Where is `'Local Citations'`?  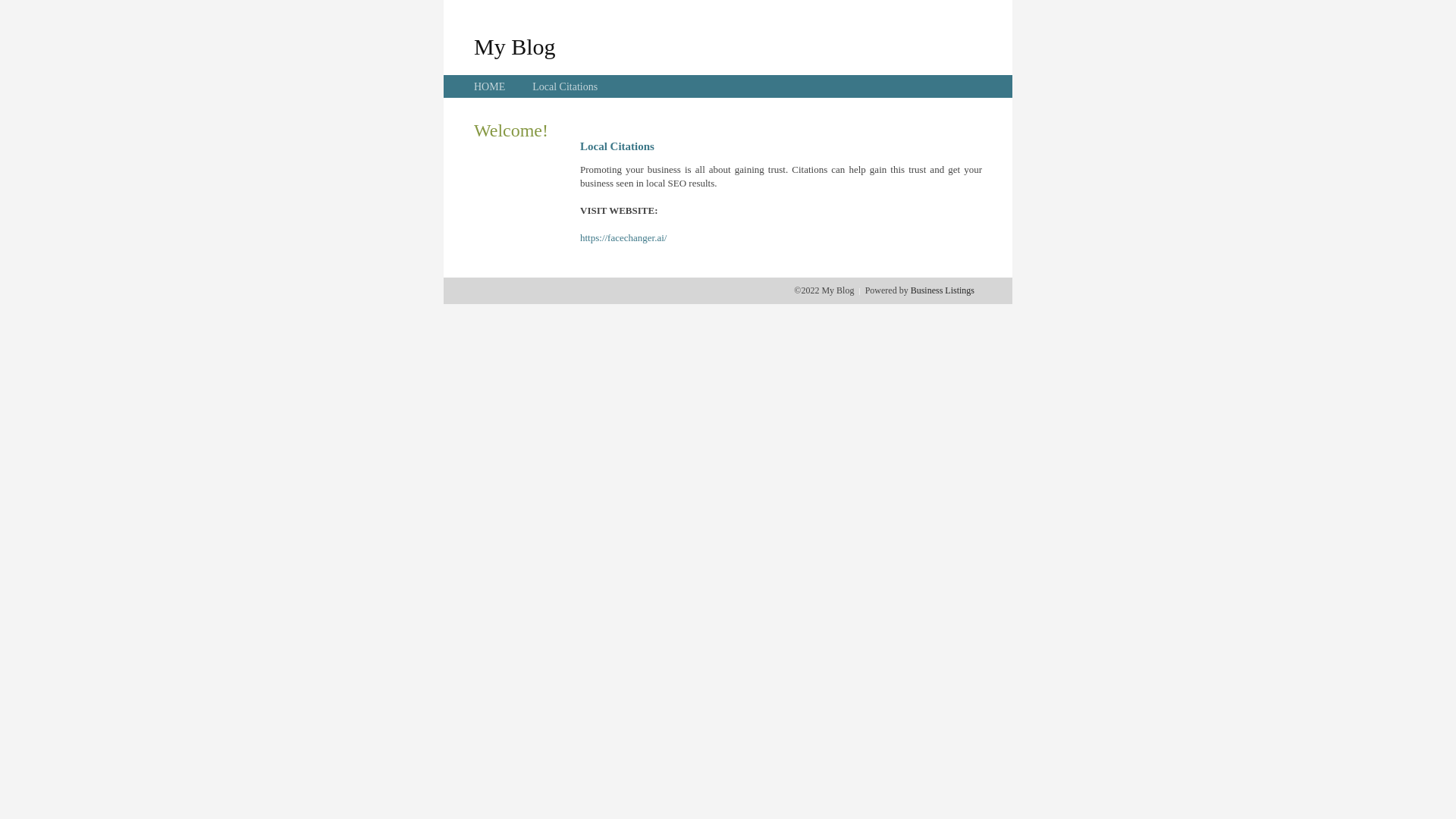
'Local Citations' is located at coordinates (563, 86).